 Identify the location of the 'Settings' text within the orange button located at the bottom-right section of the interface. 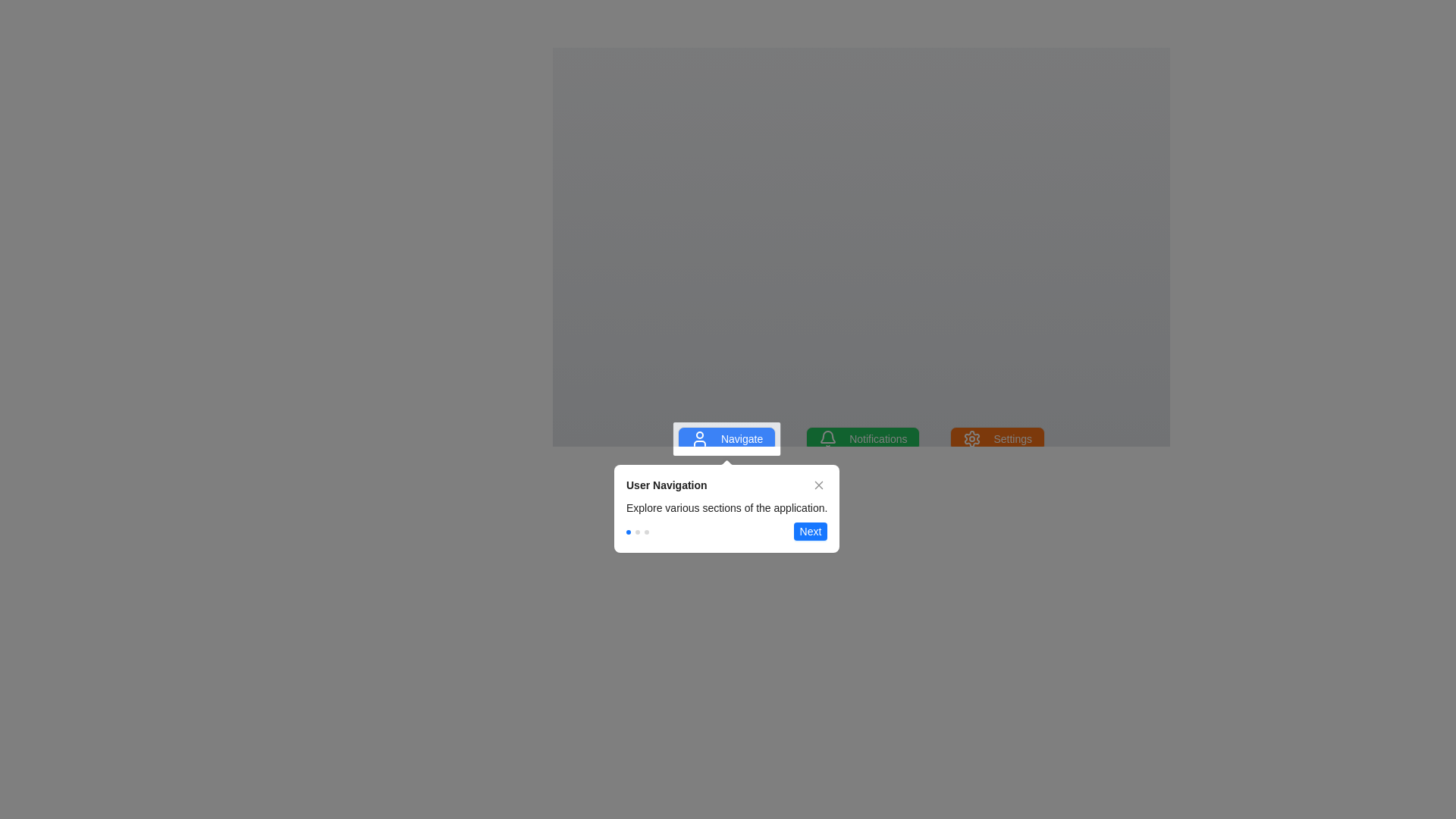
(1012, 438).